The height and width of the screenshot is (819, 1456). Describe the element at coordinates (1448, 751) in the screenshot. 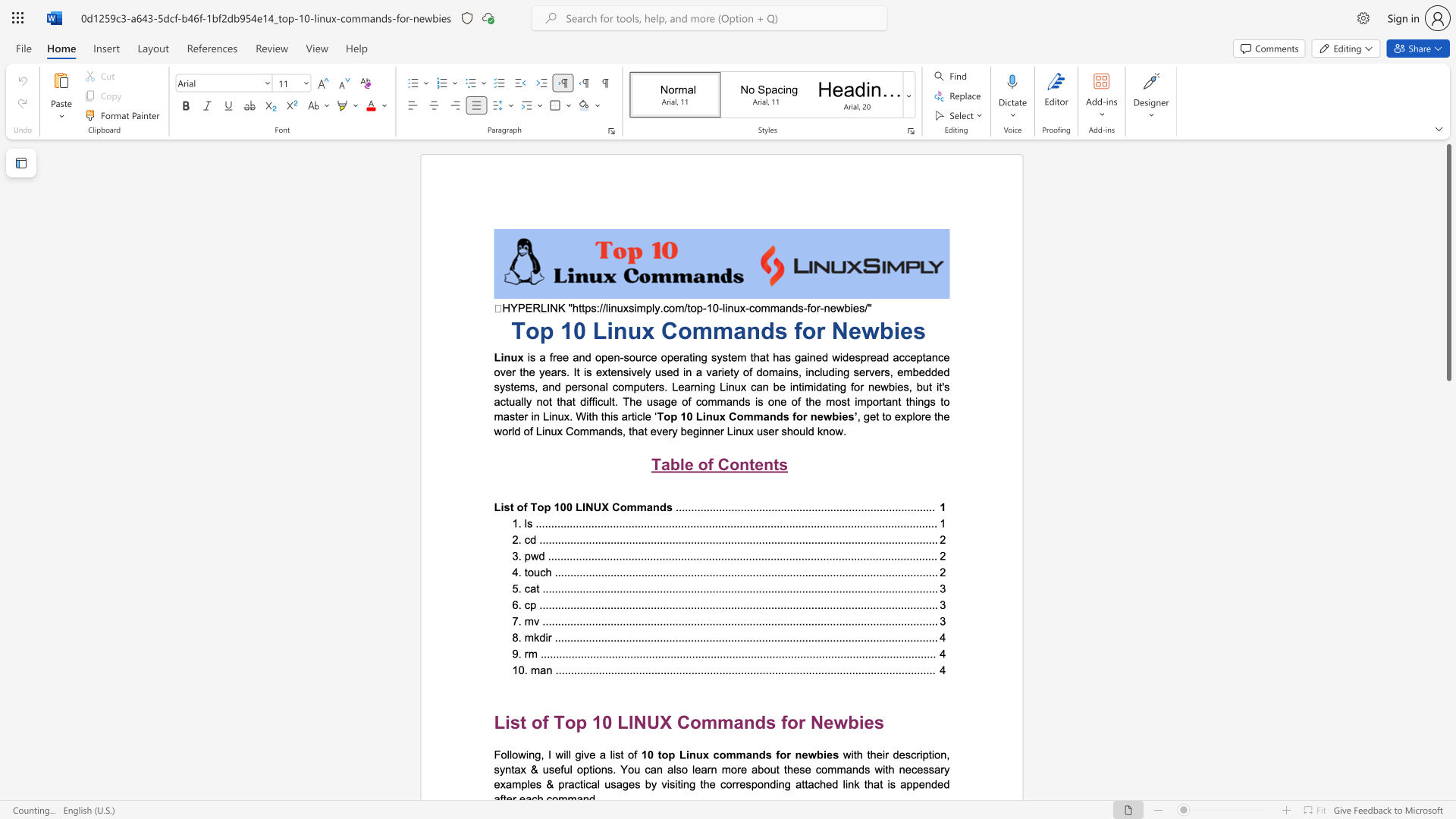

I see `the scrollbar to scroll the page down` at that location.